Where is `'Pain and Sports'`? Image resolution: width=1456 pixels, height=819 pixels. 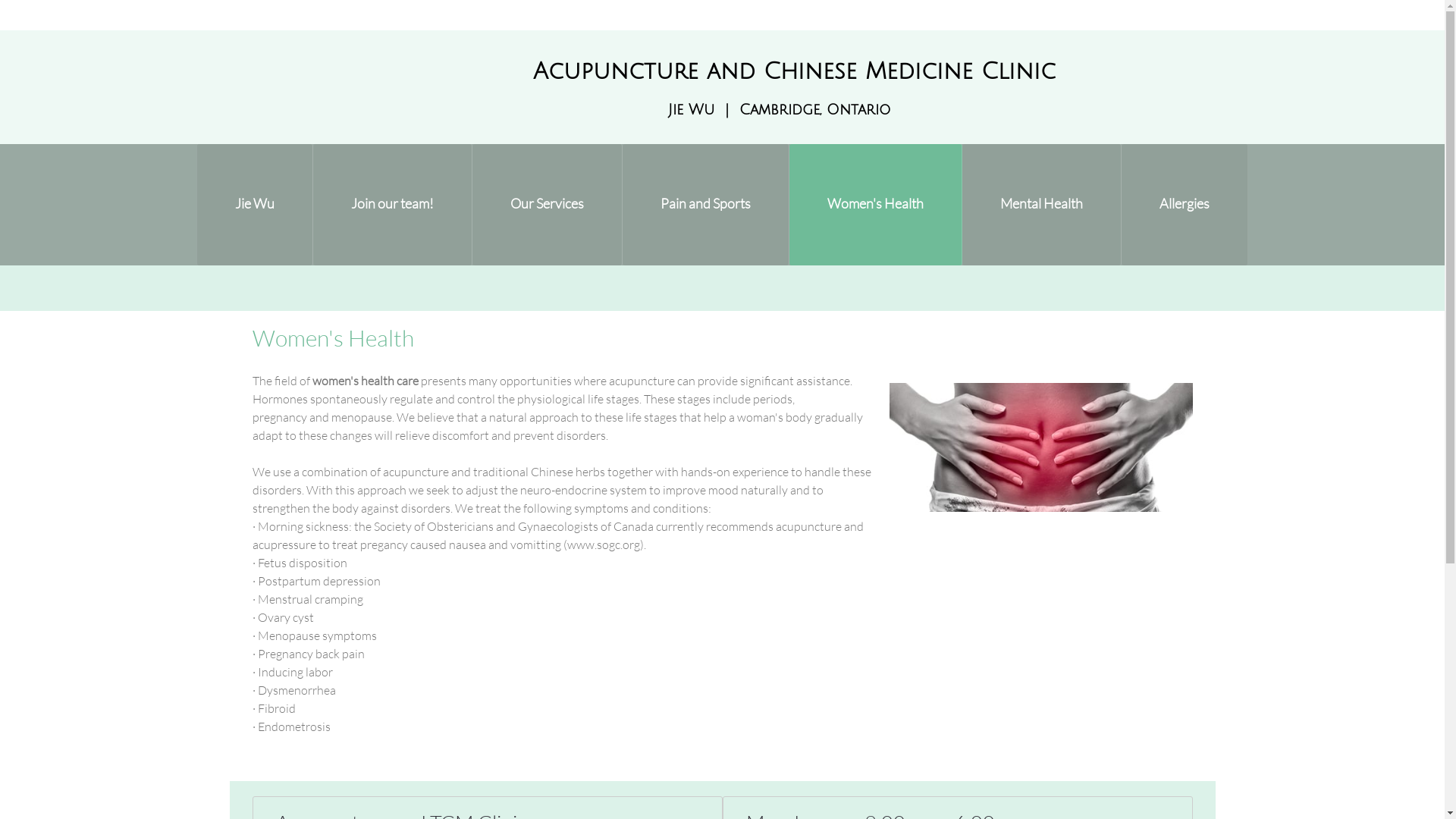 'Pain and Sports' is located at coordinates (705, 205).